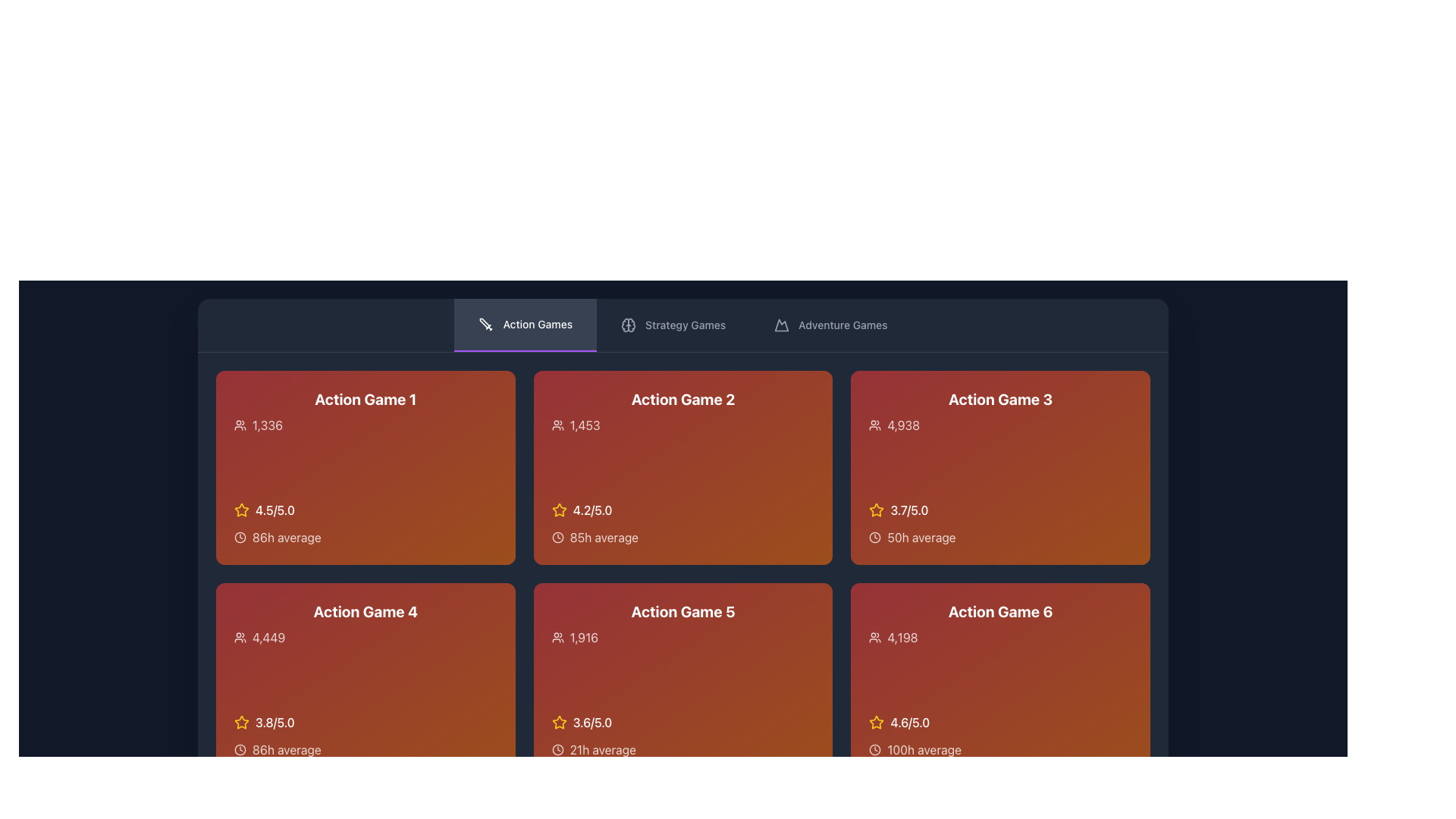 This screenshot has height=819, width=1456. I want to click on the static text displaying the rating score '4.2/5.0' located in the second card of the top row, to the right of the yellow star icon, so click(591, 510).